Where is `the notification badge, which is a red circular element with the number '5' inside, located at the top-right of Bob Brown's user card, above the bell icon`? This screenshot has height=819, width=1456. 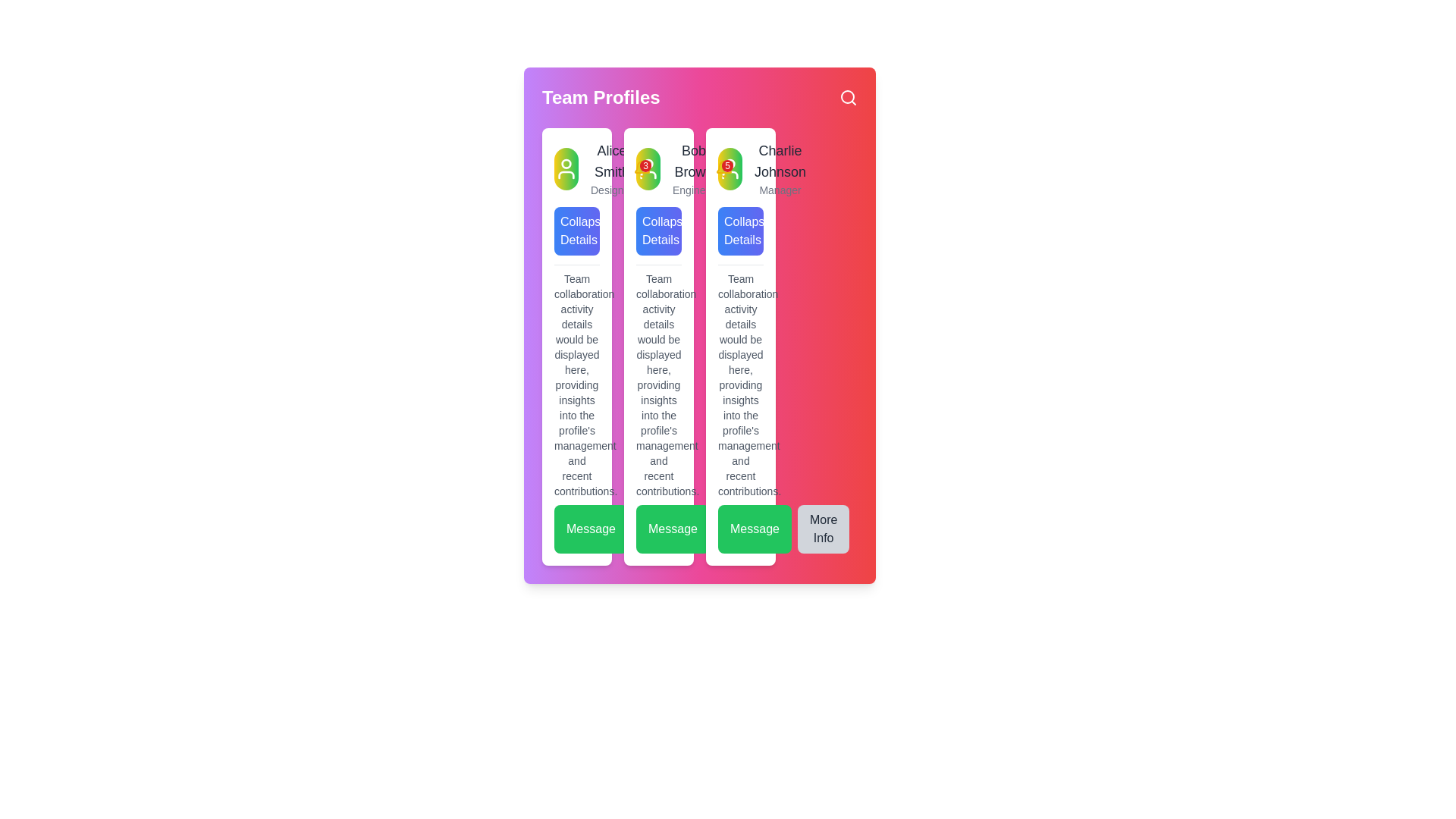 the notification badge, which is a red circular element with the number '5' inside, located at the top-right of Bob Brown's user card, above the bell icon is located at coordinates (723, 169).